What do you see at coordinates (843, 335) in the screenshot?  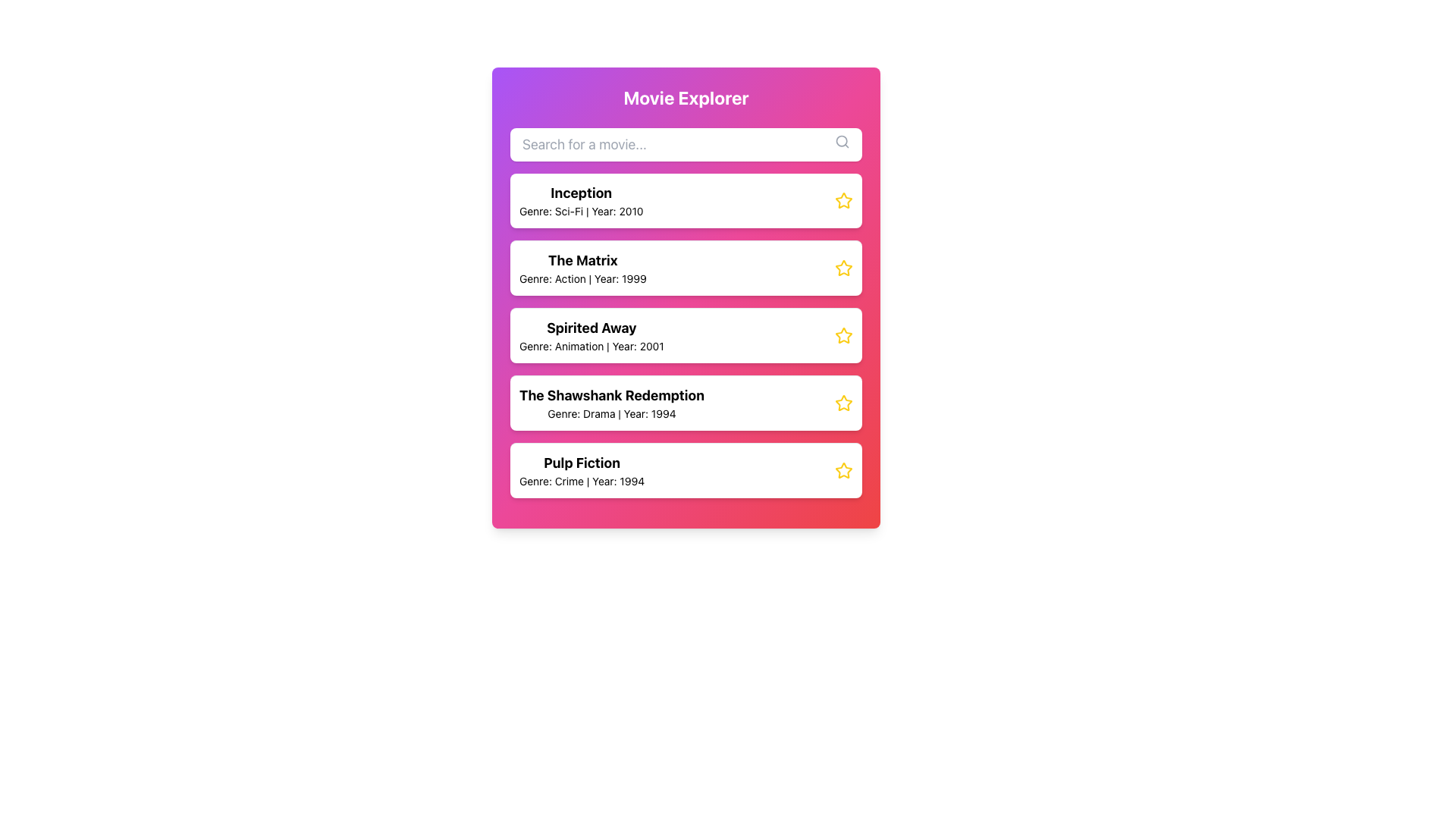 I see `the star icon indicating a rating or favorite for the movie 'Spirited Away'` at bounding box center [843, 335].